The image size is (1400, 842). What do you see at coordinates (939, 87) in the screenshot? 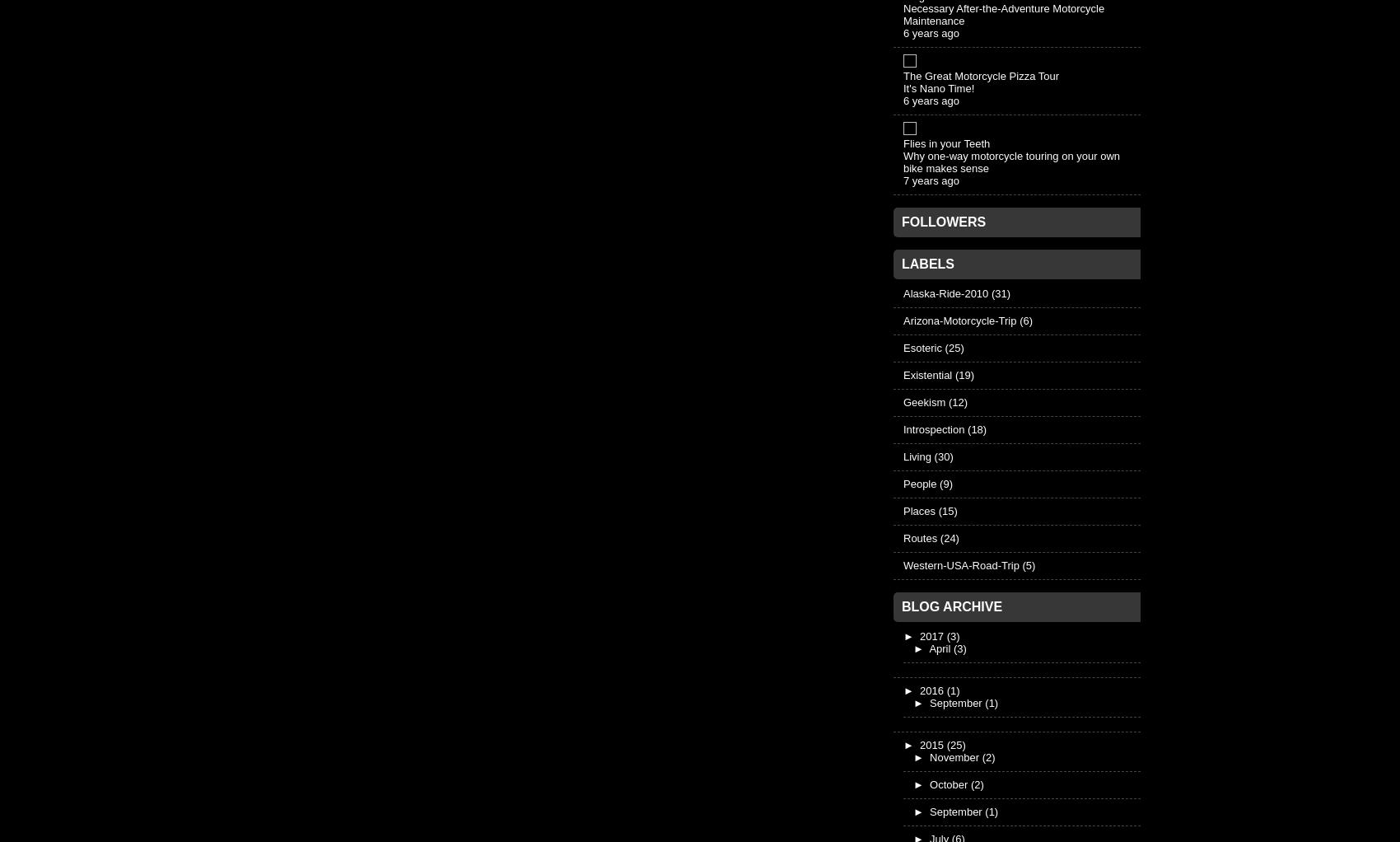
I see `'It's Nano Time!'` at bounding box center [939, 87].